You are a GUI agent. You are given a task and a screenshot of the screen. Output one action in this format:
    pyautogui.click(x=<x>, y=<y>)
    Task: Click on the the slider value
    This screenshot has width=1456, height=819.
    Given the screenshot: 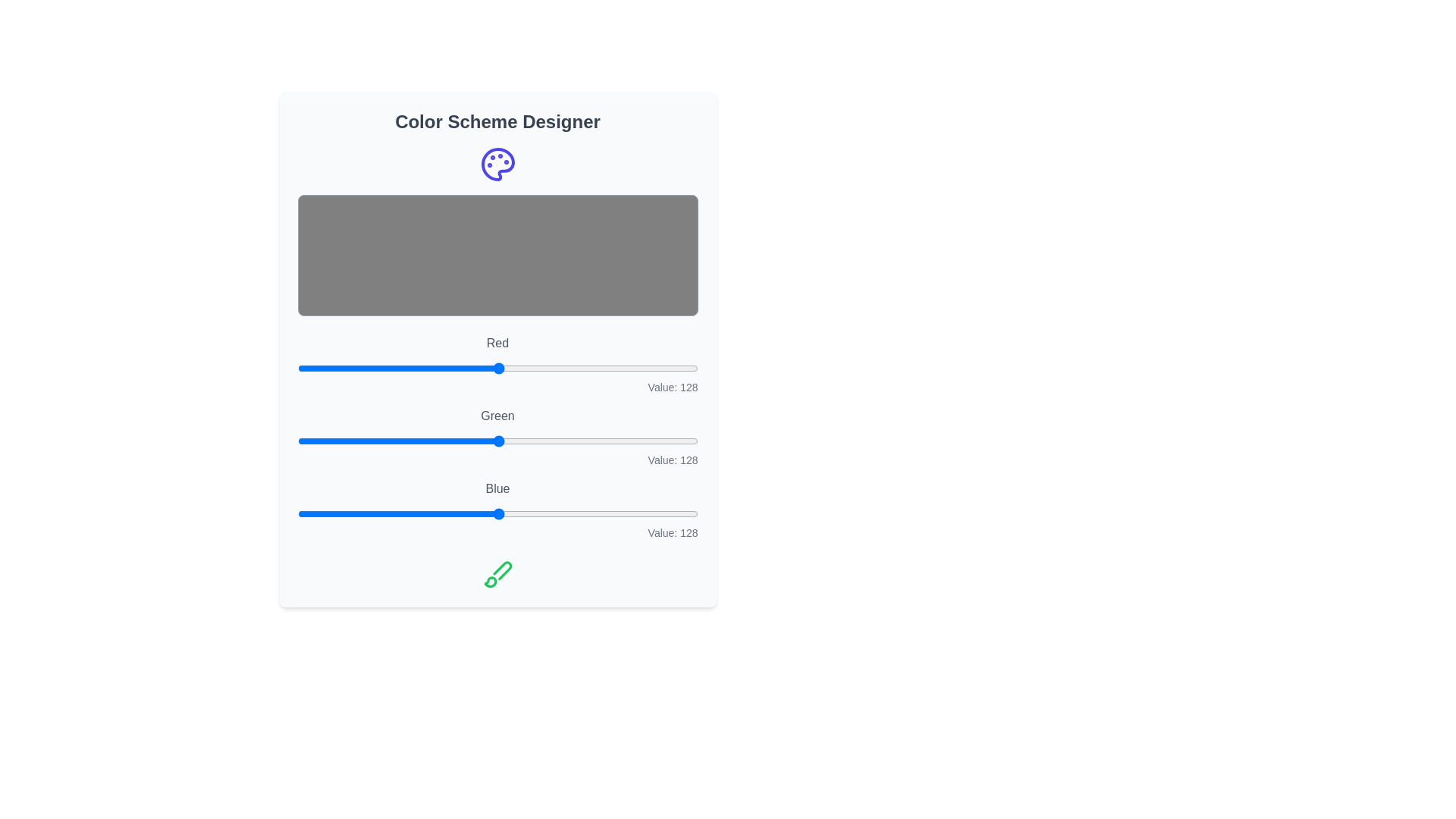 What is the action you would take?
    pyautogui.click(x=430, y=513)
    